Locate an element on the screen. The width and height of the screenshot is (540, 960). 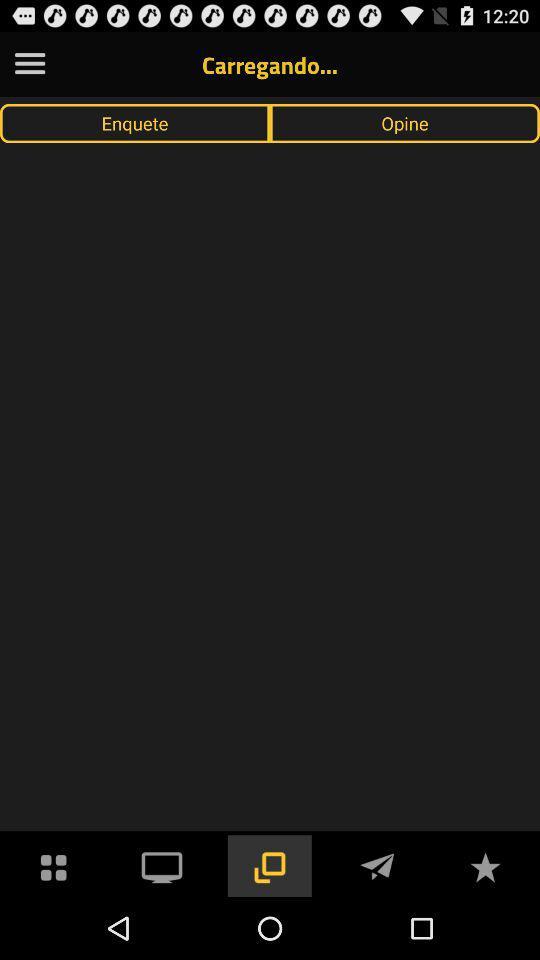
make screen larger is located at coordinates (269, 864).